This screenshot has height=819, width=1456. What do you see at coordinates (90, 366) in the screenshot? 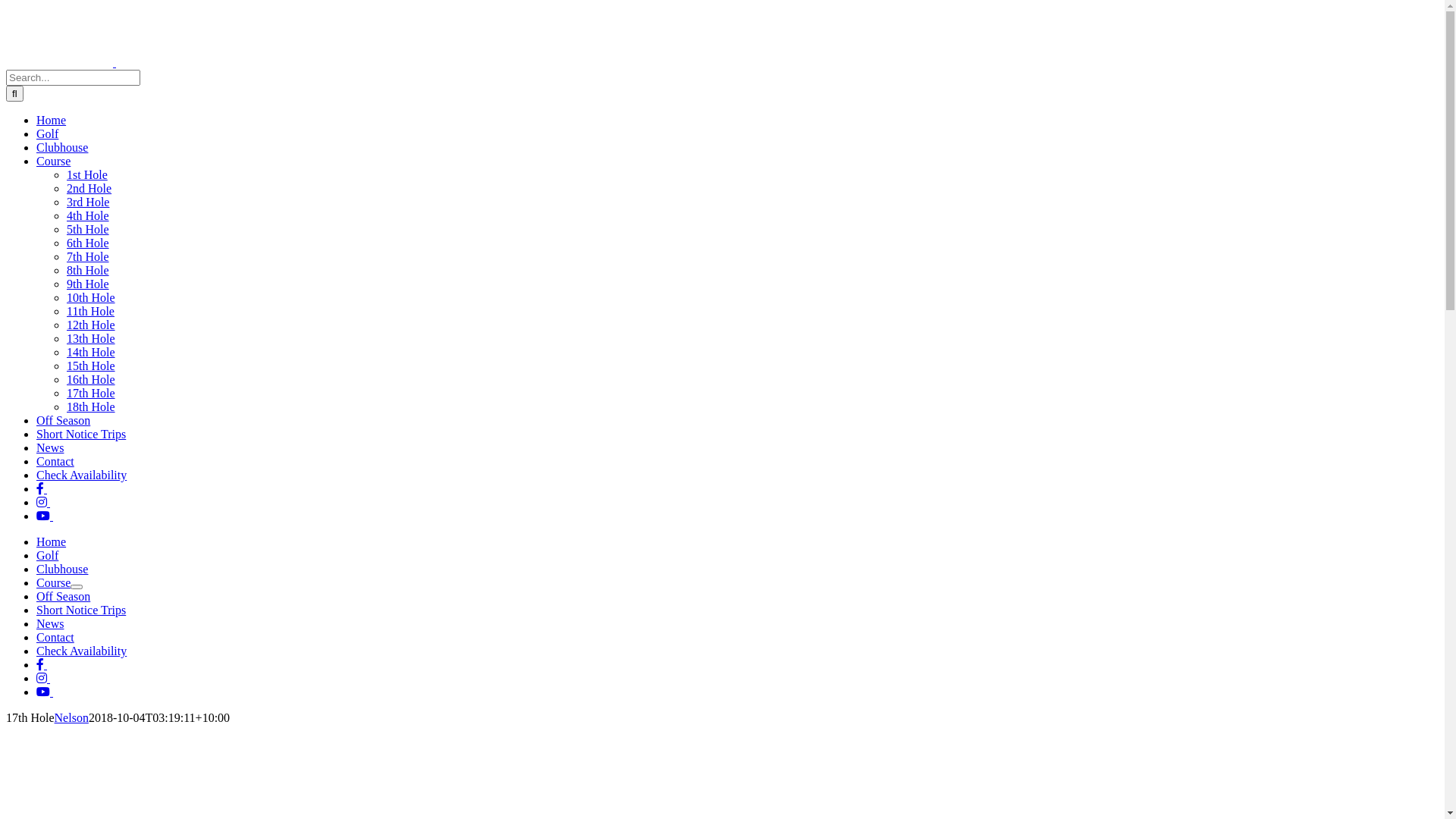
I see `'15th Hole'` at bounding box center [90, 366].